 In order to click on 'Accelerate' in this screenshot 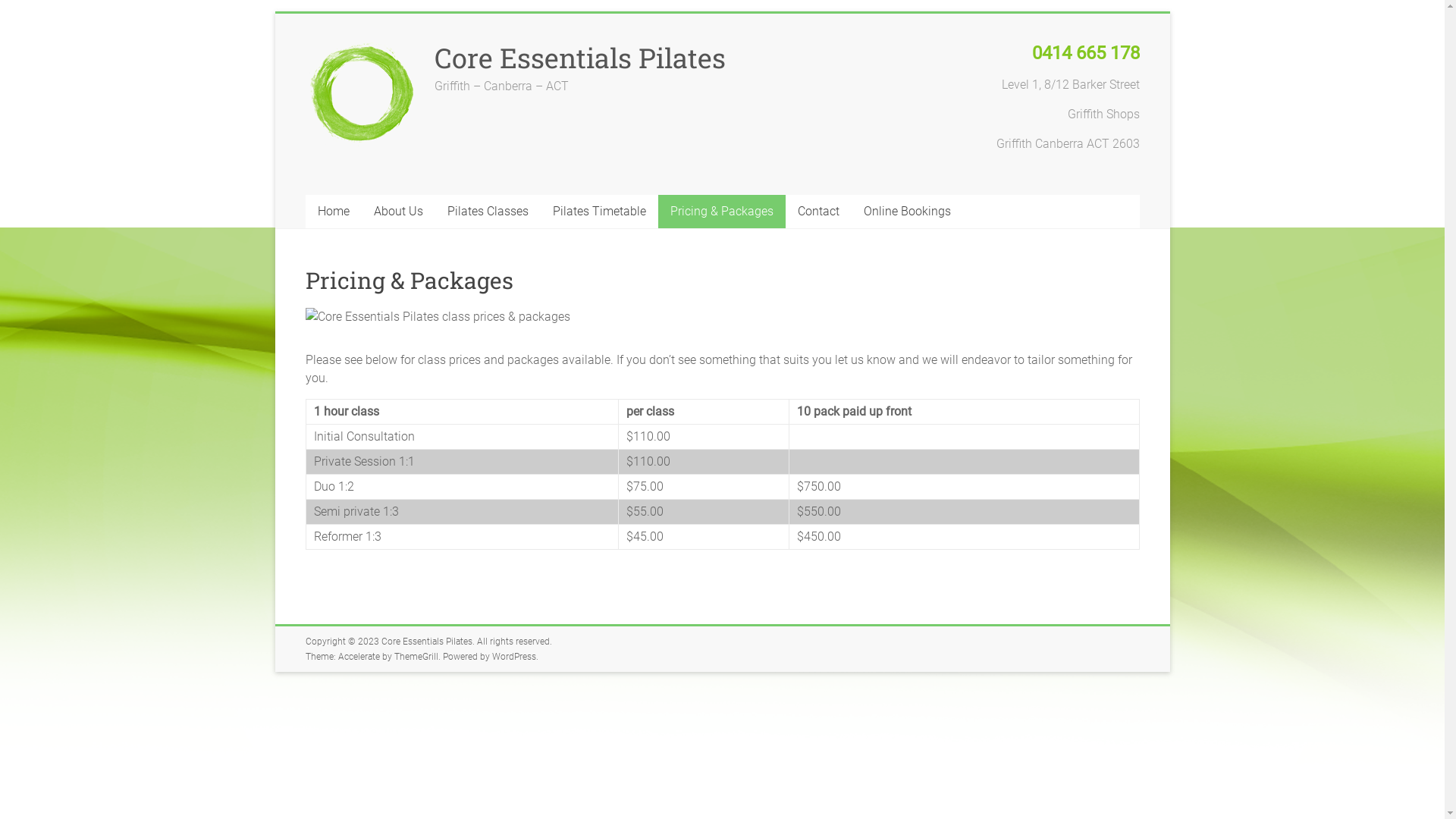, I will do `click(358, 656)`.